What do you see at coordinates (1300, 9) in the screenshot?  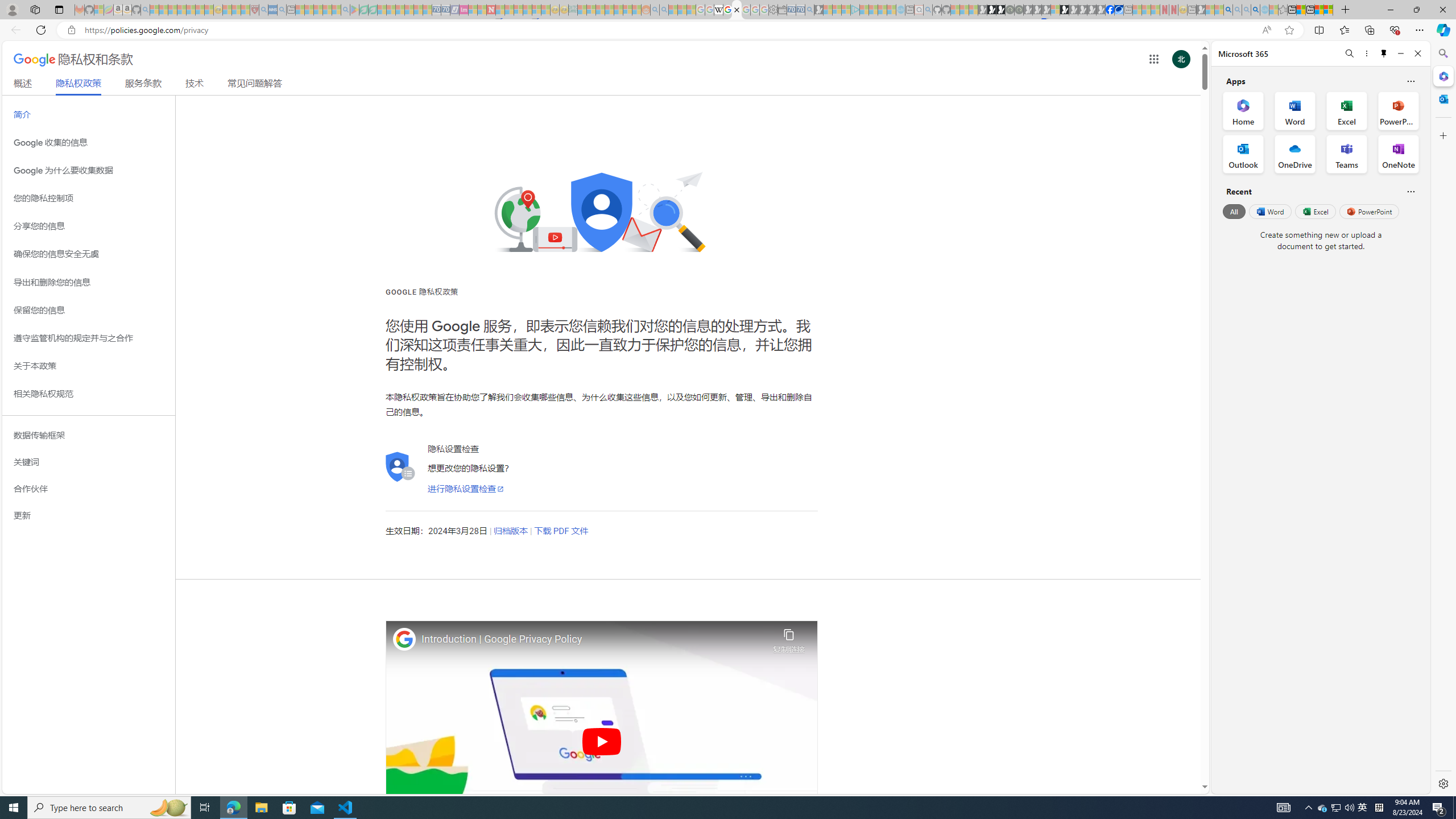 I see `'Aberdeen, Hong Kong SAR weather forecast | Microsoft Weather'` at bounding box center [1300, 9].